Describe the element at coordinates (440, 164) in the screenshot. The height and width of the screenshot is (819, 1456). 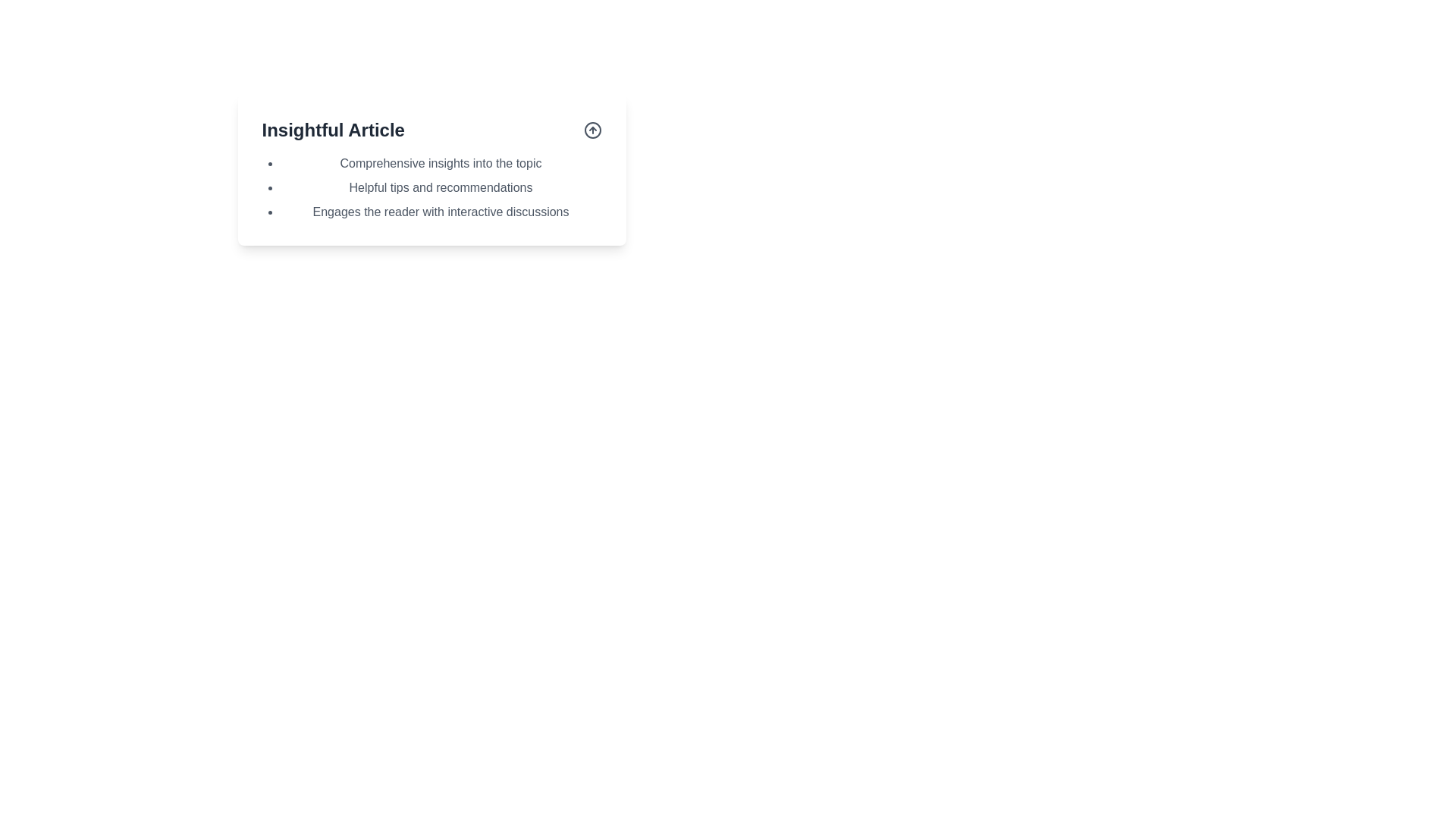
I see `text of the first list item under the heading 'Insightful Article', which states 'Comprehensive insights into the topic'` at that location.